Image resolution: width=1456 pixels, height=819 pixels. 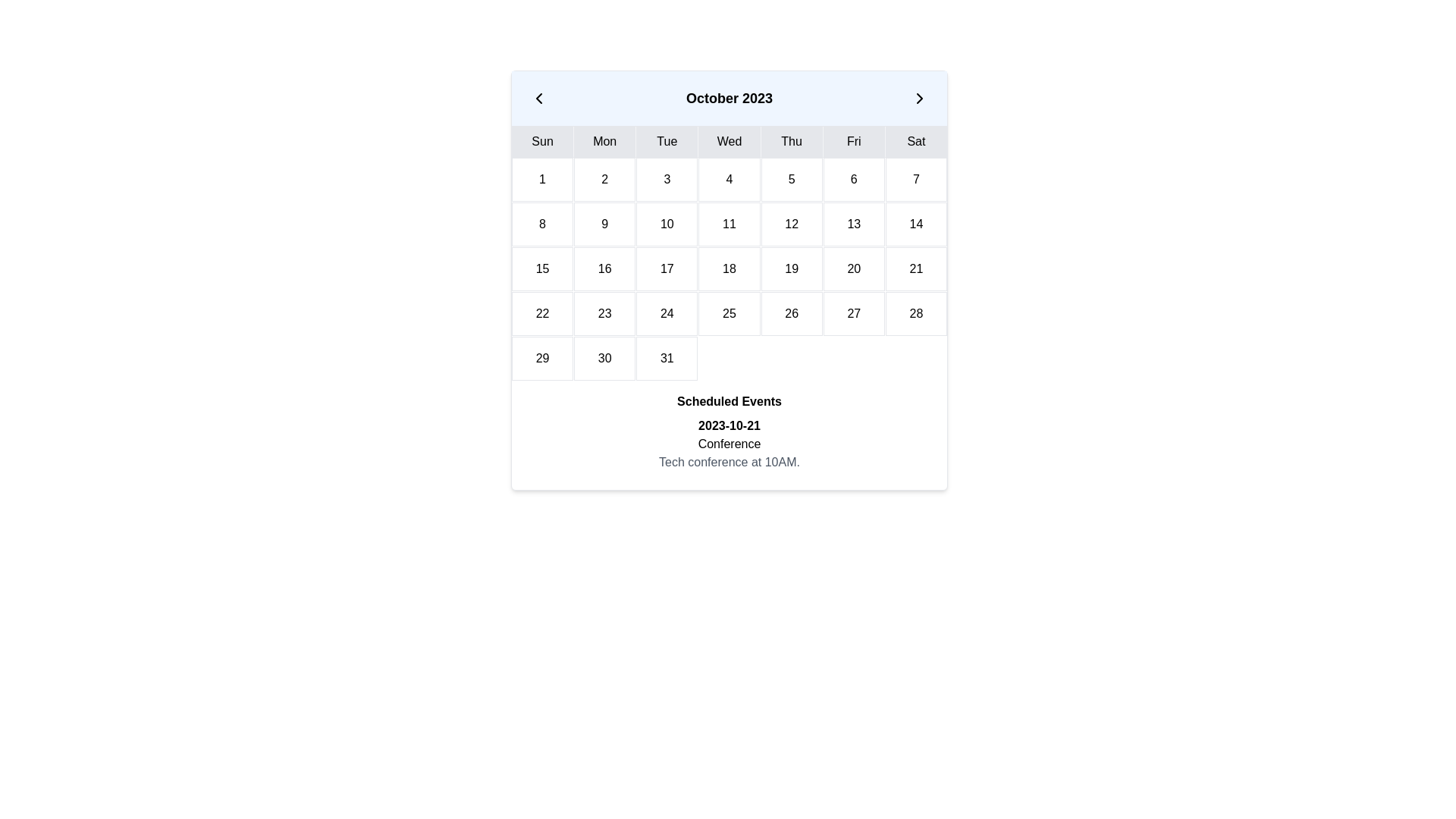 I want to click on the calendar cell displaying the number '11' in the October 2023 calendar, so click(x=729, y=224).